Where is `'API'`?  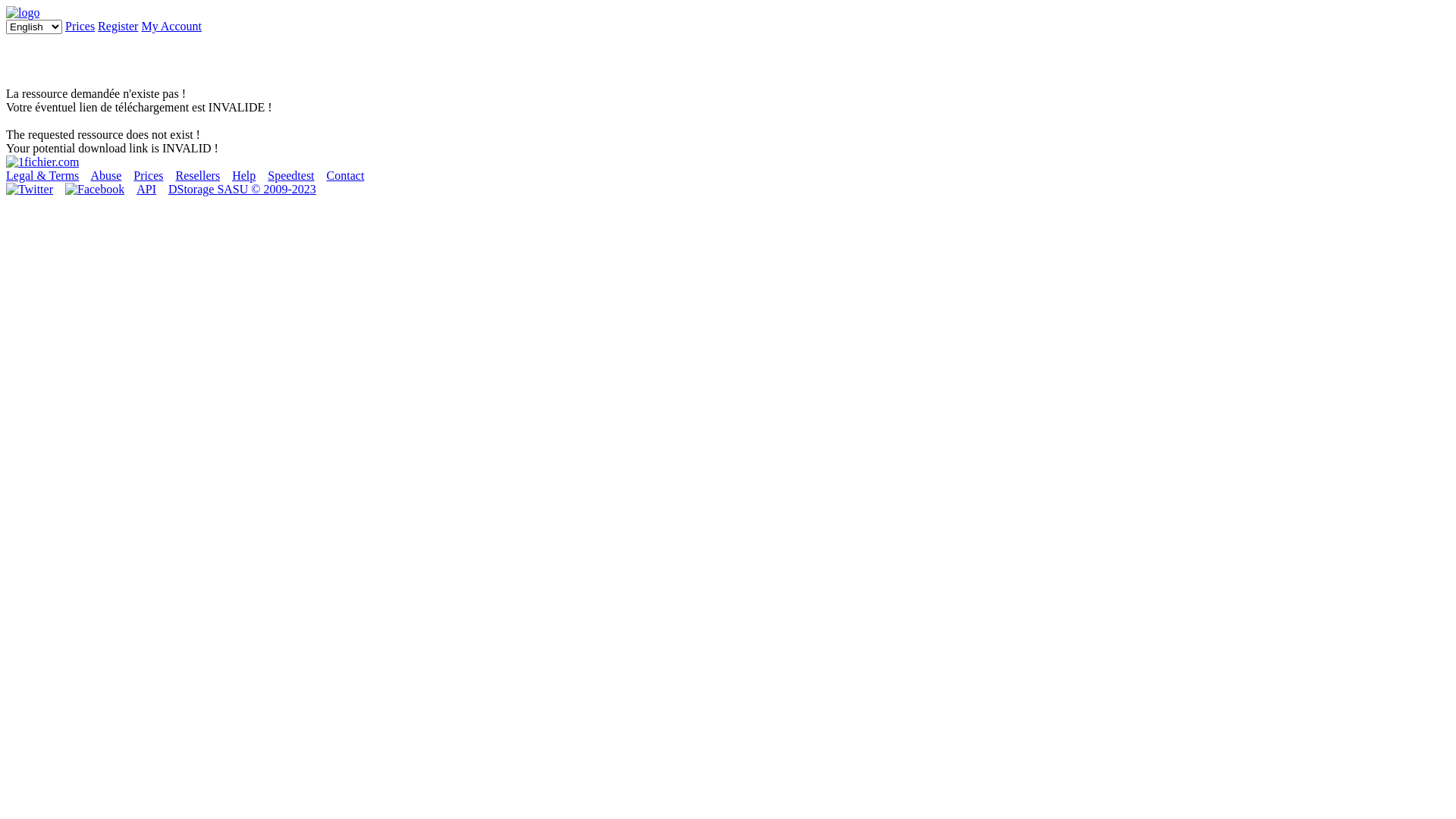
'API' is located at coordinates (146, 188).